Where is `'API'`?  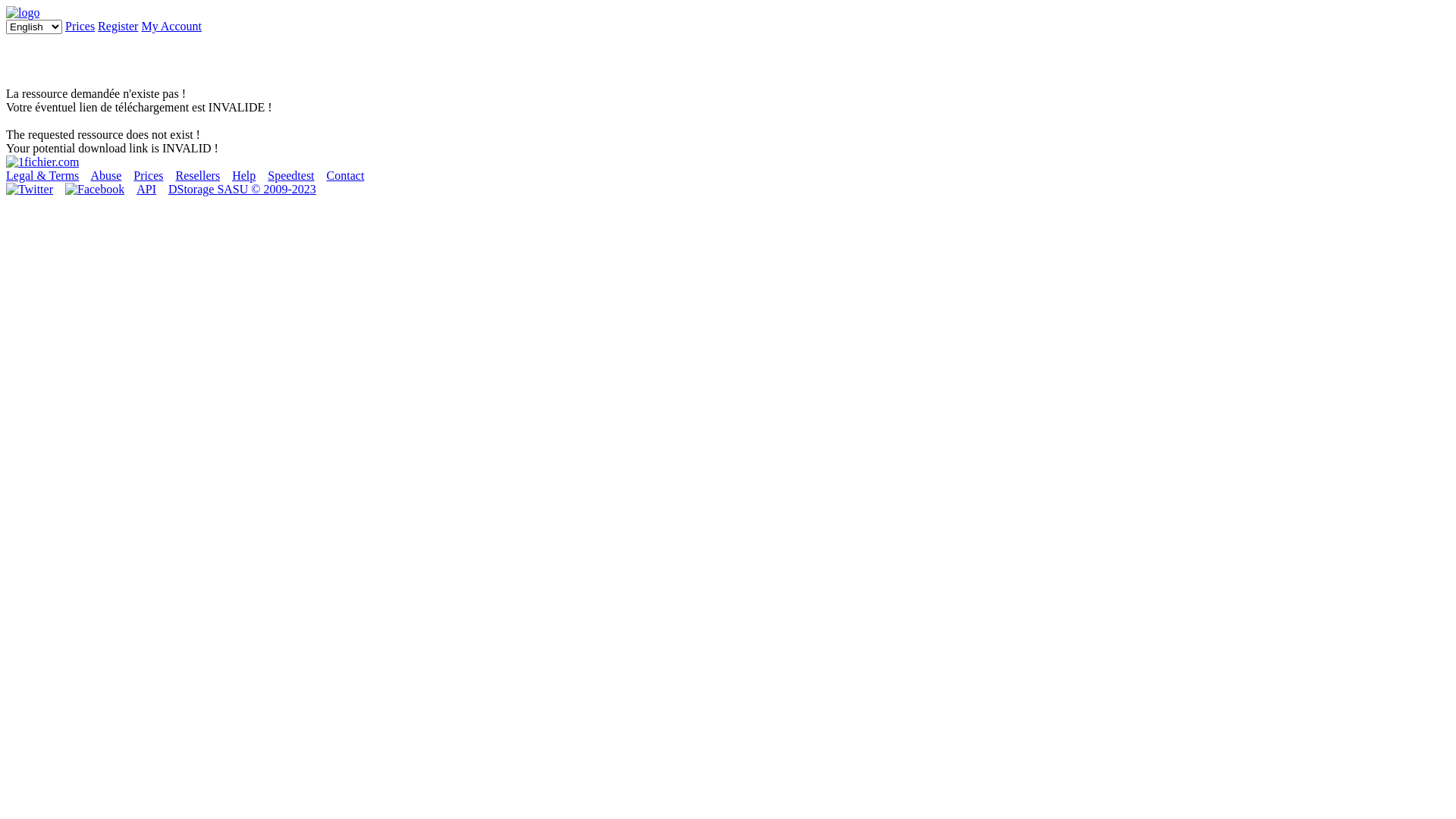
'API' is located at coordinates (146, 188).